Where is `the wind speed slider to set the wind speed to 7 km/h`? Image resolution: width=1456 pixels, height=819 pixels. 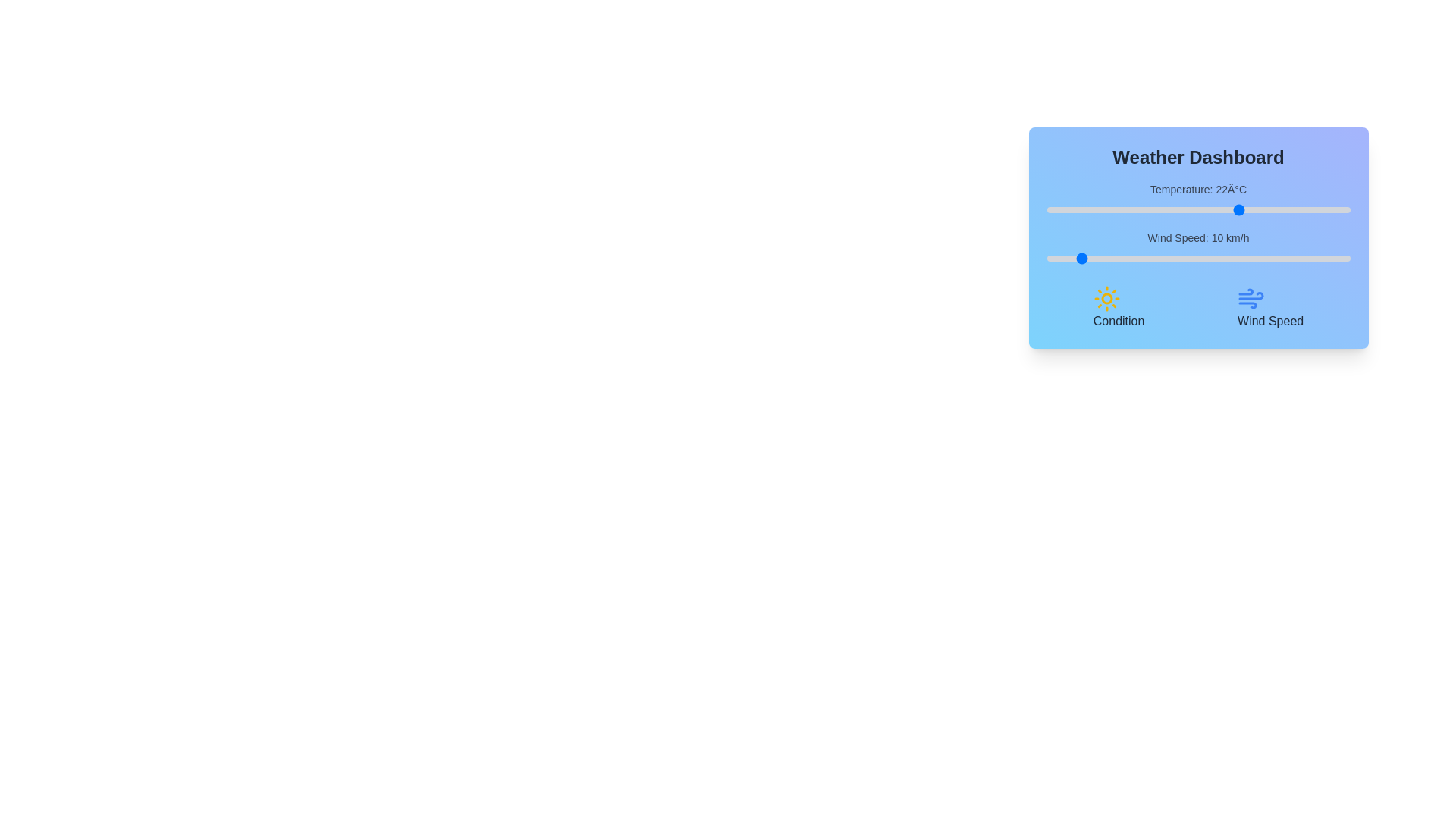 the wind speed slider to set the wind speed to 7 km/h is located at coordinates (1067, 257).